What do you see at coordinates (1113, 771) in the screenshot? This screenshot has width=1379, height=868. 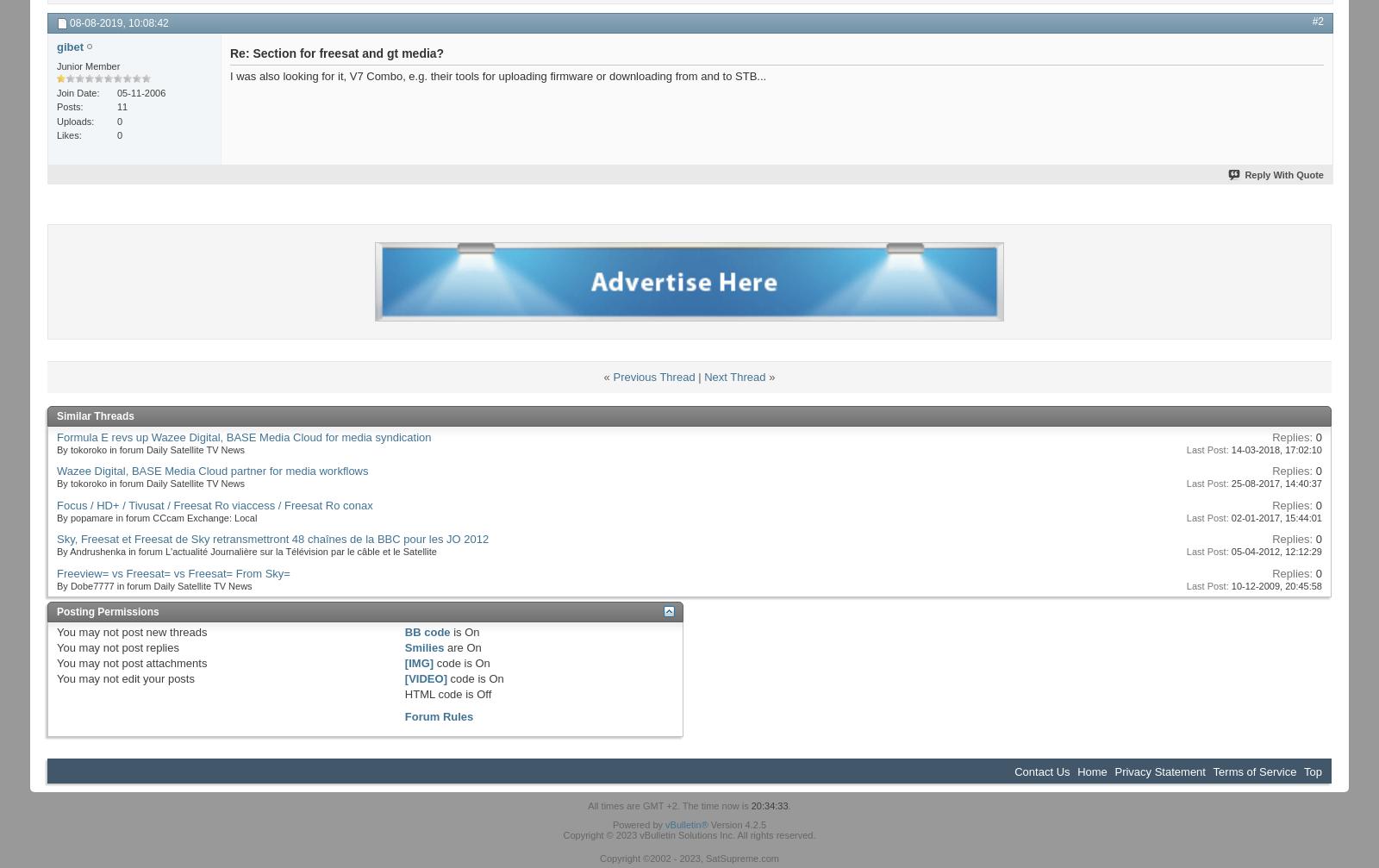 I see `'Privacy Statement'` at bounding box center [1113, 771].